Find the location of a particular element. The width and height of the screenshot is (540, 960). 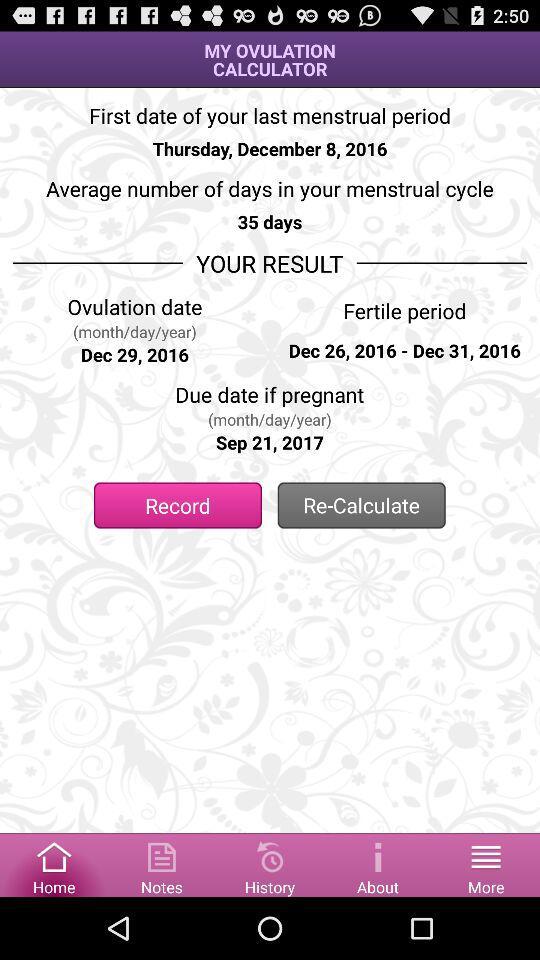

the home page is located at coordinates (54, 863).